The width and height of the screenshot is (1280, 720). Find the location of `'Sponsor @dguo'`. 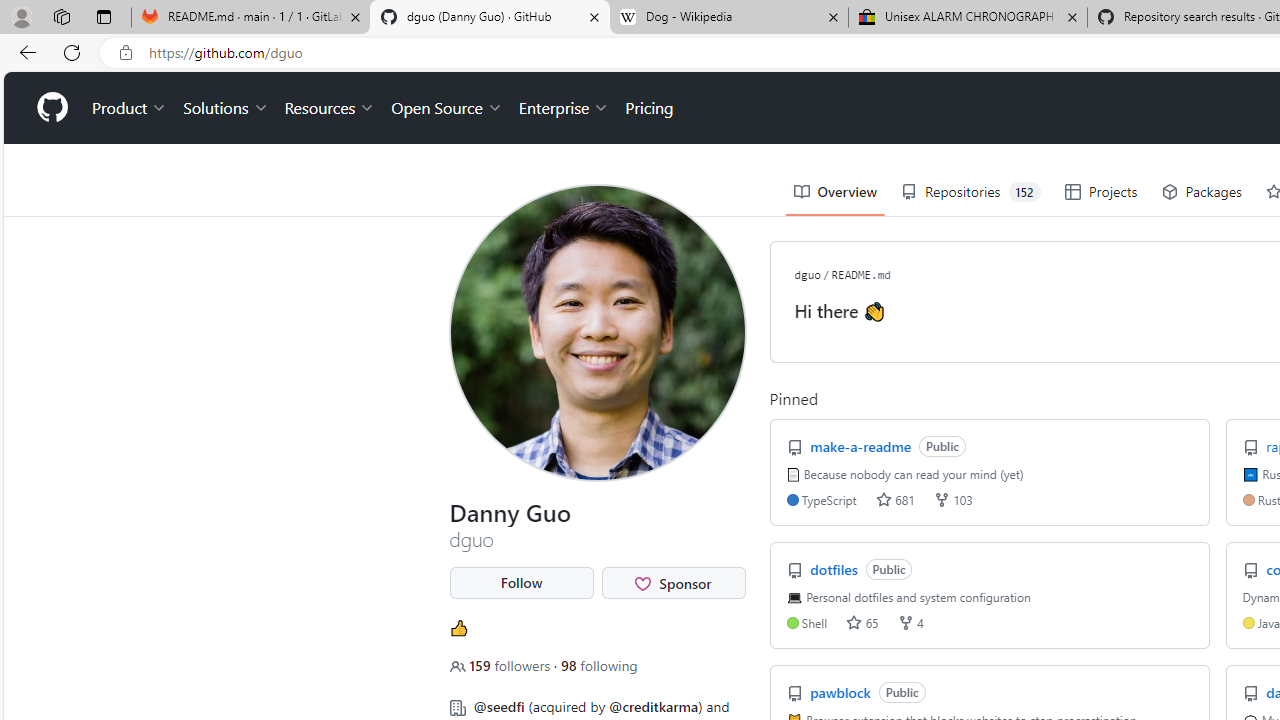

'Sponsor @dguo' is located at coordinates (673, 583).